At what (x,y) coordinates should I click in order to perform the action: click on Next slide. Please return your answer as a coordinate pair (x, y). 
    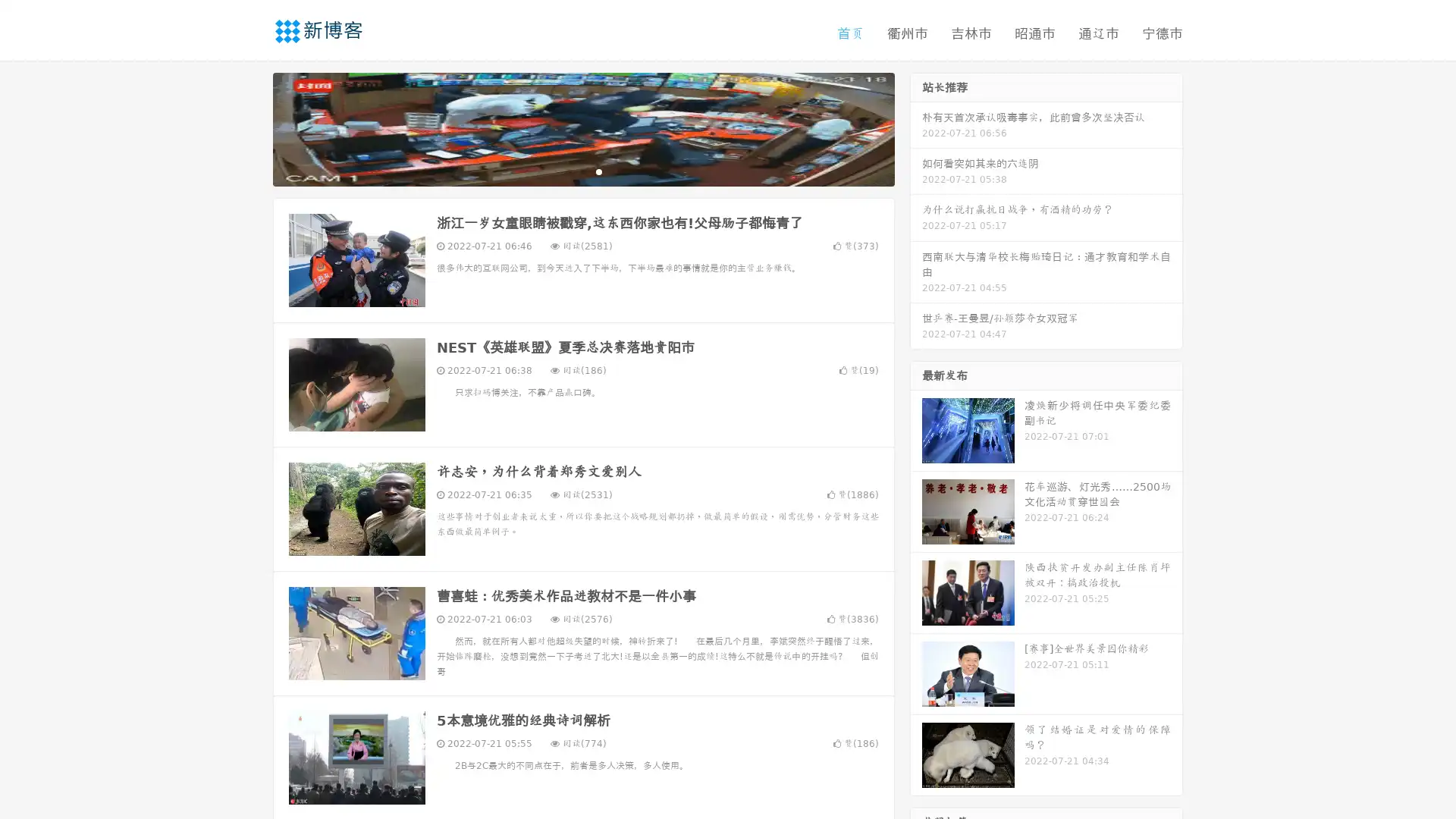
    Looking at the image, I should click on (916, 127).